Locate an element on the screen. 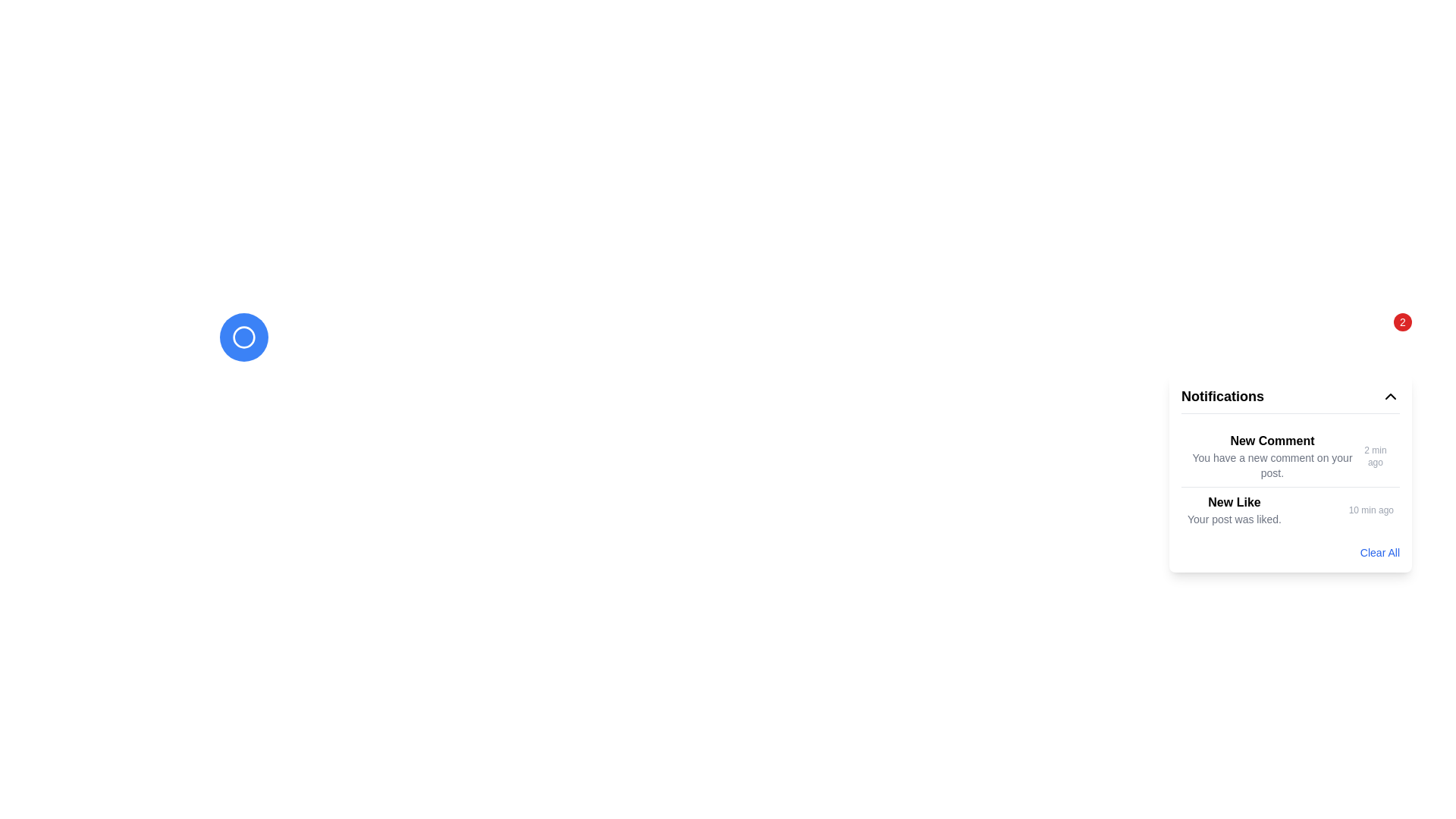  the Notification Item that displays 'New Like' in bold and 'Your post was liked.' in a smaller font, located in the notification dropdown dialog under the 'New Comment' section is located at coordinates (1234, 510).